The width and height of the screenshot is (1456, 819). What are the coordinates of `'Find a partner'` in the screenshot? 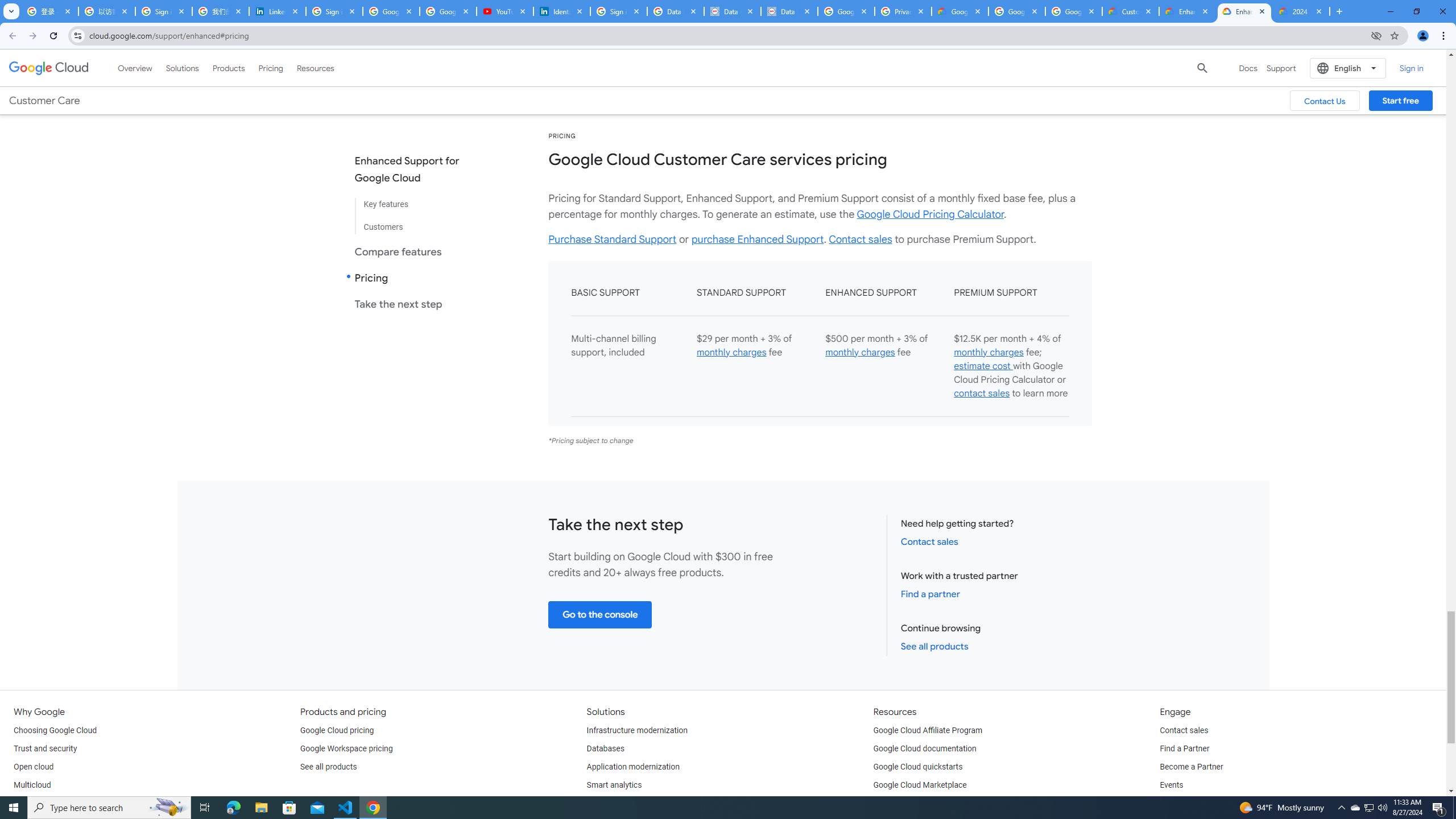 It's located at (929, 593).